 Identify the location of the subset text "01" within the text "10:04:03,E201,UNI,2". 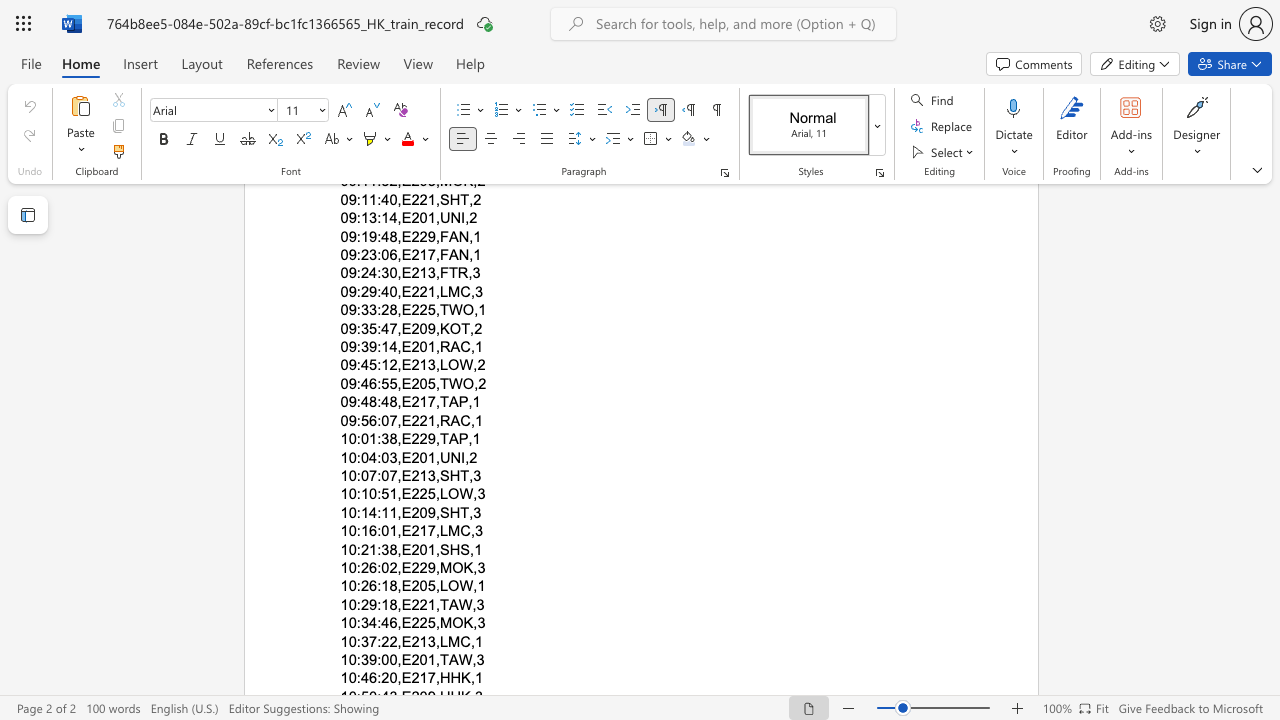
(418, 457).